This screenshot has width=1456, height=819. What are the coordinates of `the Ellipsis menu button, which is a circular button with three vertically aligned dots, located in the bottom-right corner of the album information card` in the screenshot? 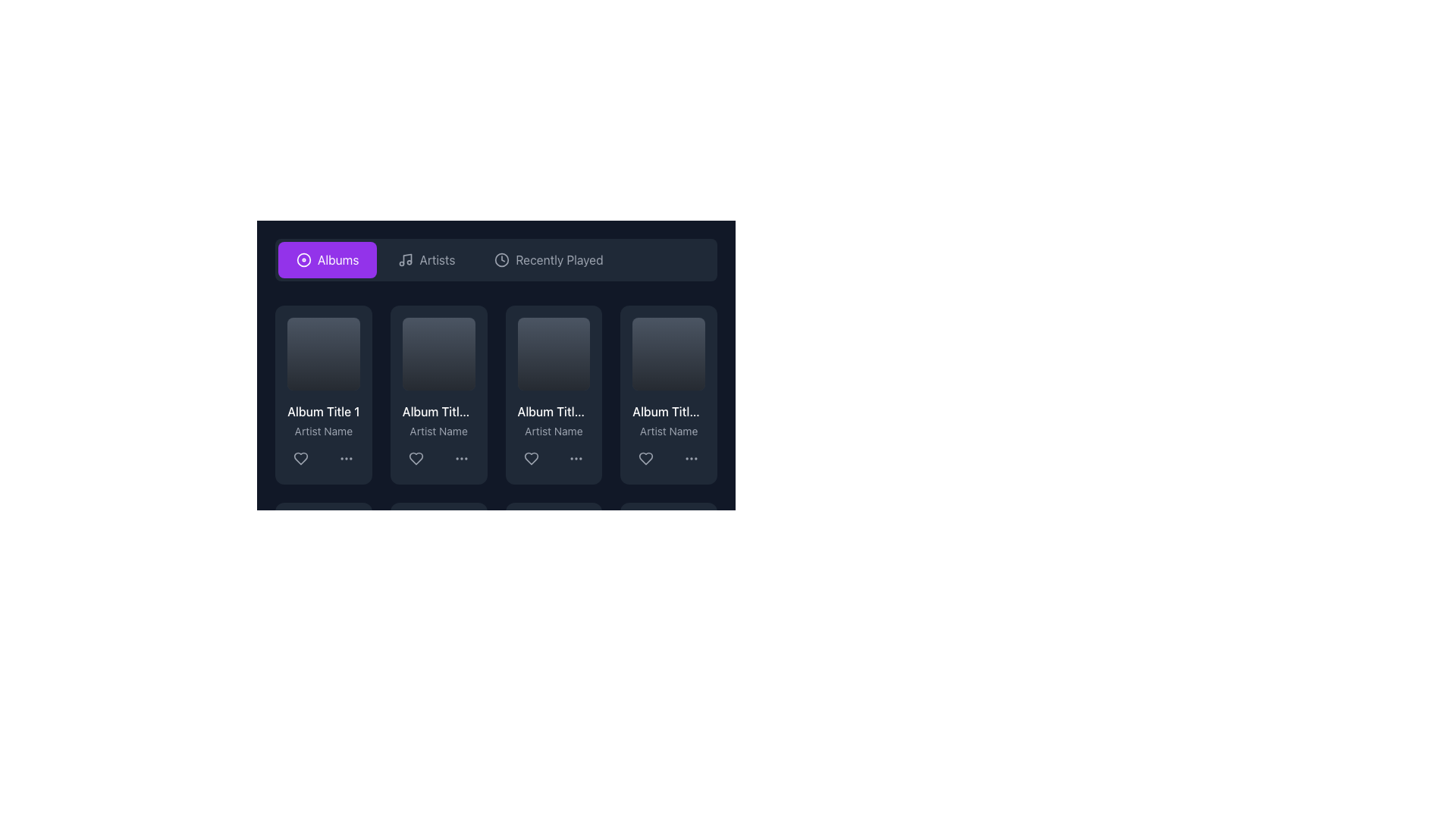 It's located at (460, 457).